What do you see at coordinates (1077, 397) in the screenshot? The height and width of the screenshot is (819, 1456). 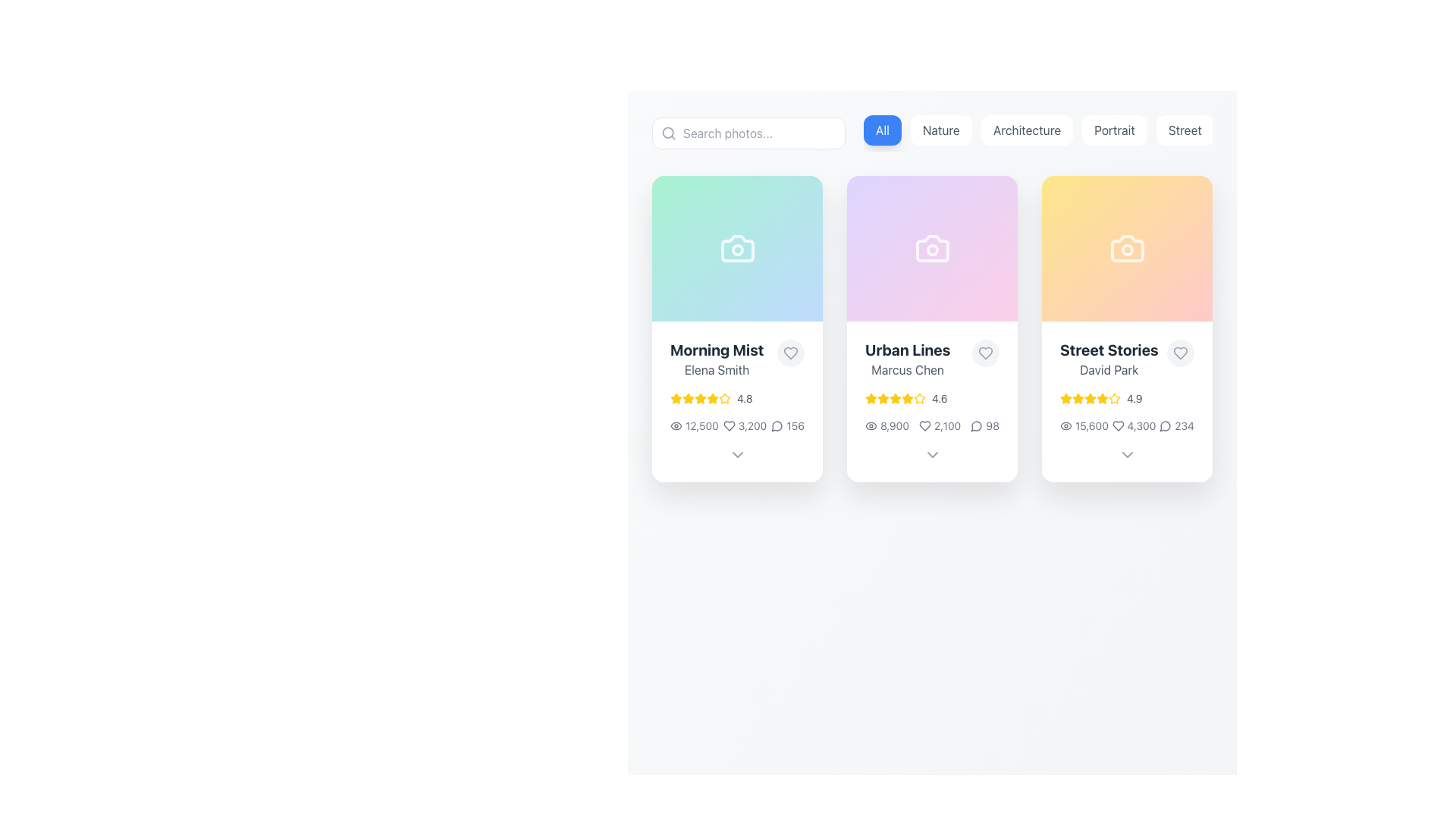 I see `the third star icon in the rating system of the 'Street Stories' card, which is colored golden yellow and located to the left of the rating number '4.9'` at bounding box center [1077, 397].